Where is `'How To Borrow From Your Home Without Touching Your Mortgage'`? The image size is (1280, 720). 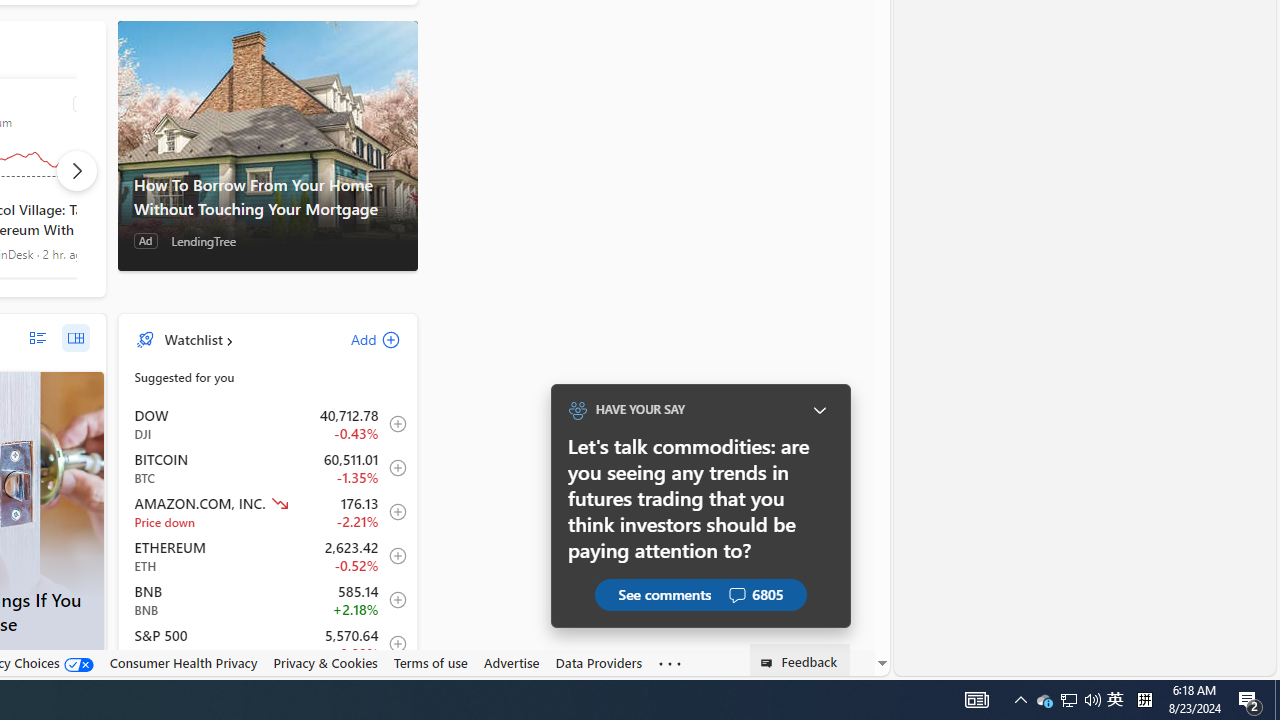
'How To Borrow From Your Home Without Touching Your Mortgage' is located at coordinates (266, 144).